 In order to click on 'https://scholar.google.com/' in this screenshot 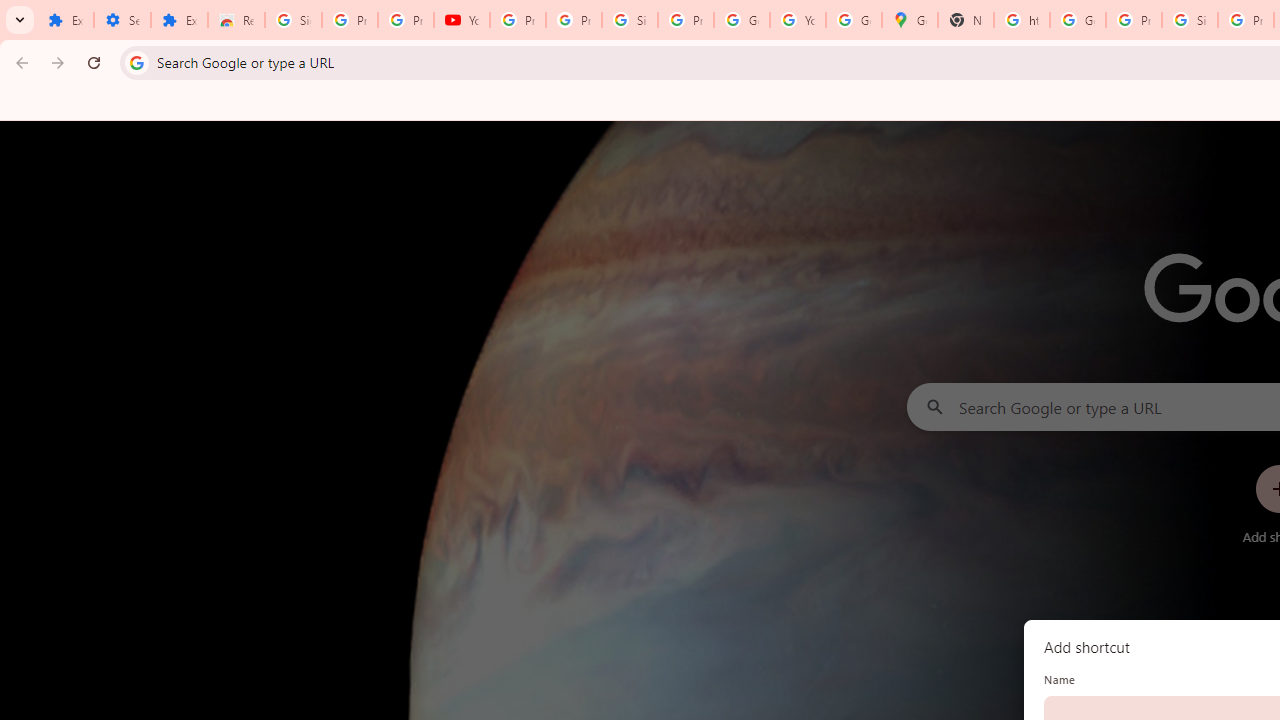, I will do `click(1022, 20)`.